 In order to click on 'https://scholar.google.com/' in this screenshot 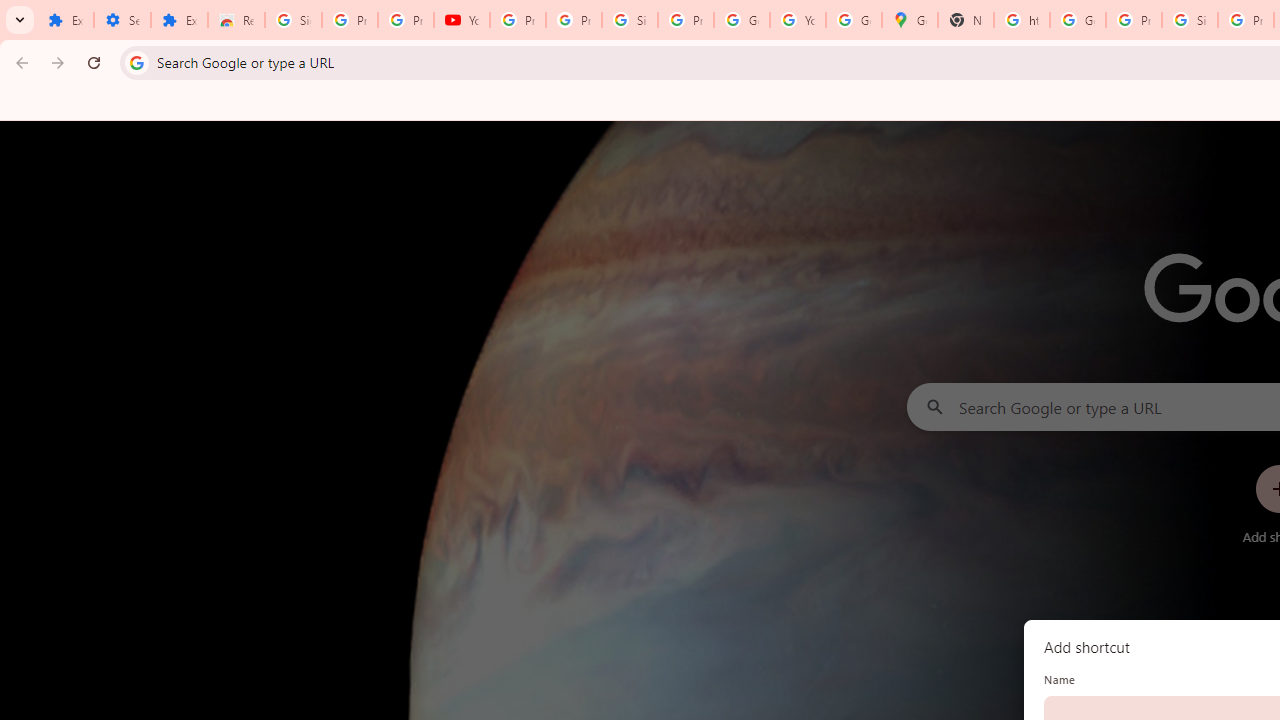, I will do `click(1022, 20)`.